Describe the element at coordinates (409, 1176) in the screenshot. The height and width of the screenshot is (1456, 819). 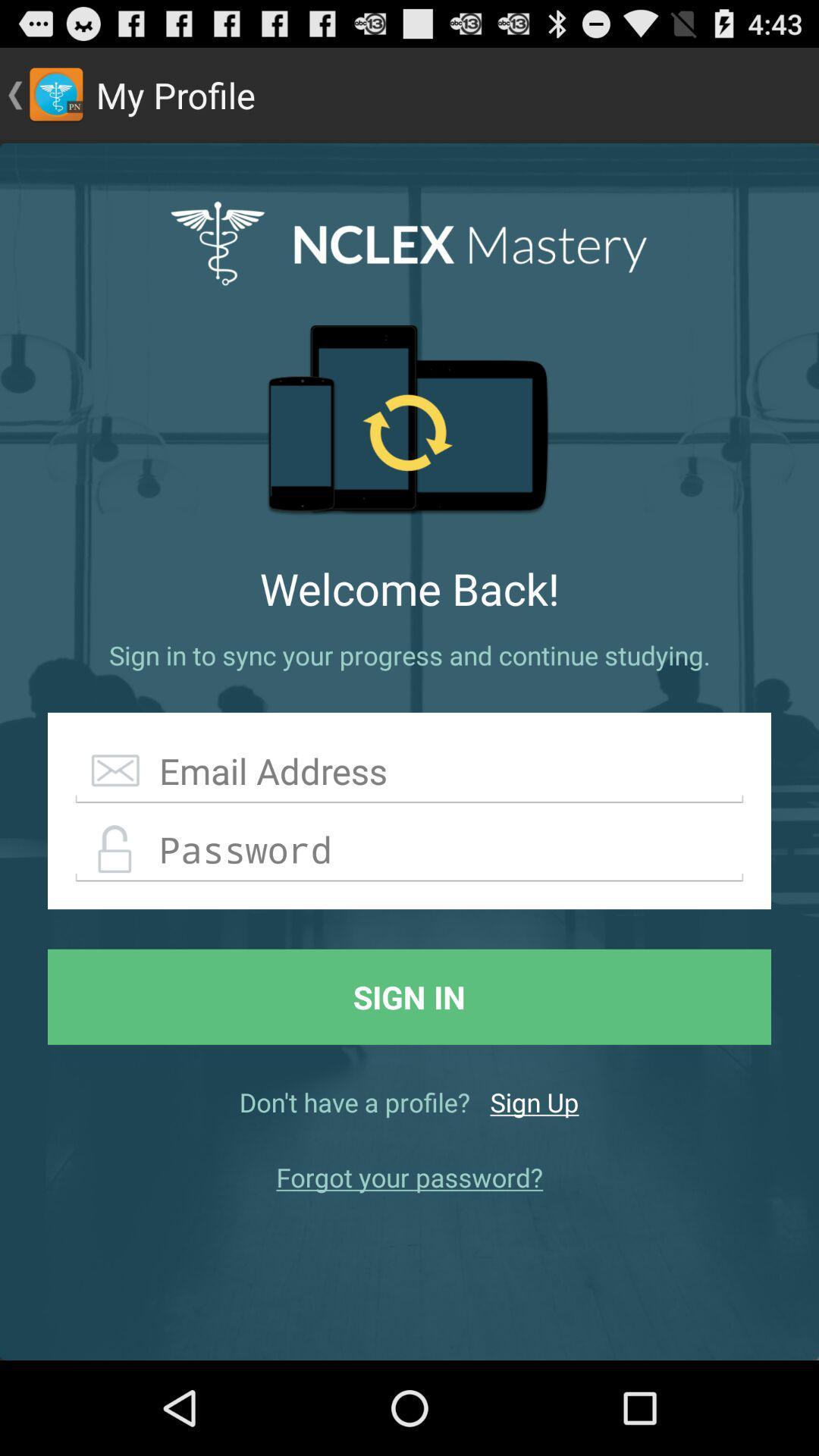
I see `forgot your password? icon` at that location.